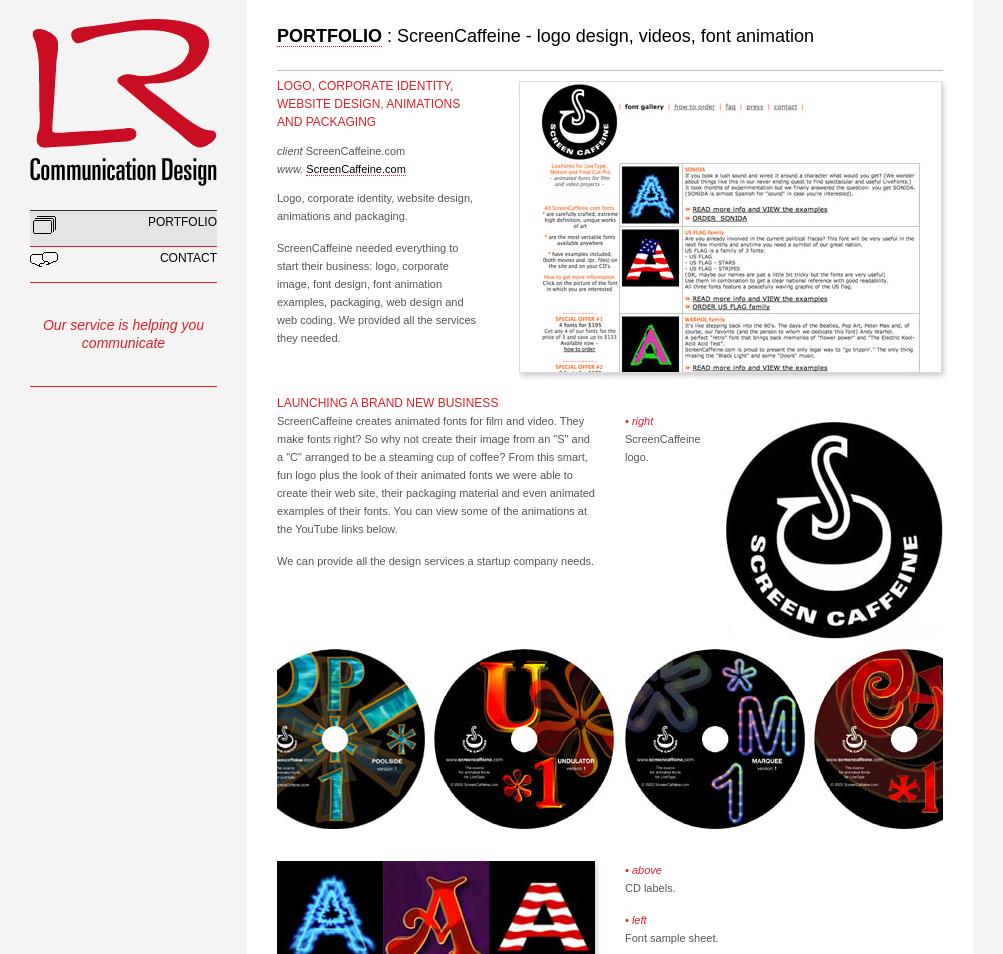  I want to click on '• left', so click(634, 918).